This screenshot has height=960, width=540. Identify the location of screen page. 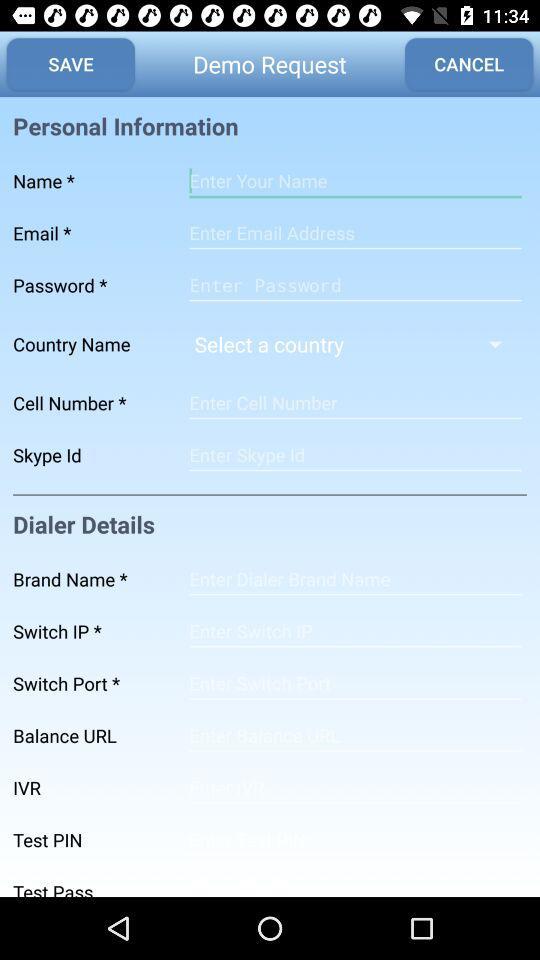
(354, 734).